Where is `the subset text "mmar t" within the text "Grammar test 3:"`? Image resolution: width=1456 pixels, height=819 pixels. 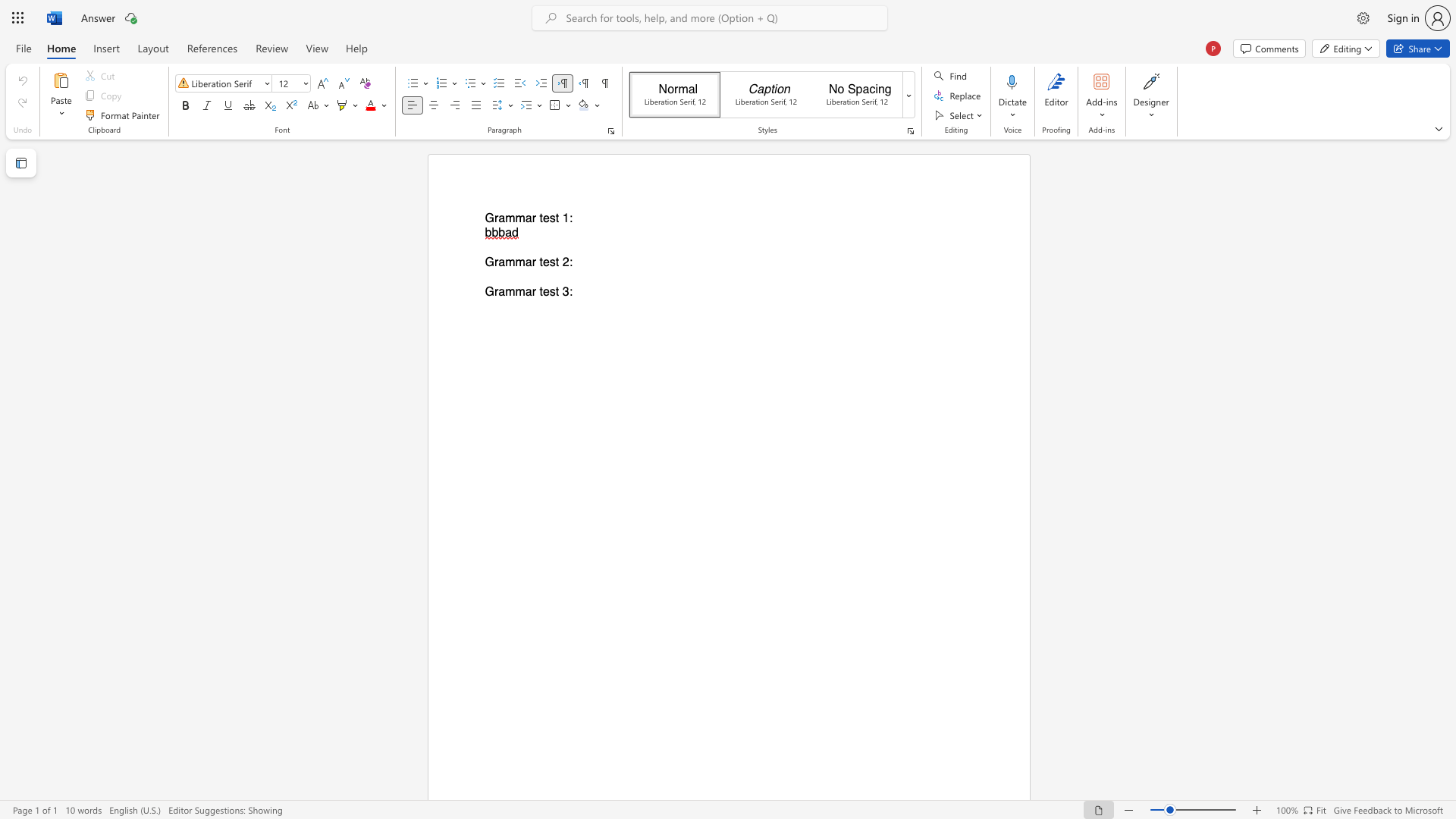
the subset text "mmar t" within the text "Grammar test 3:" is located at coordinates (505, 292).